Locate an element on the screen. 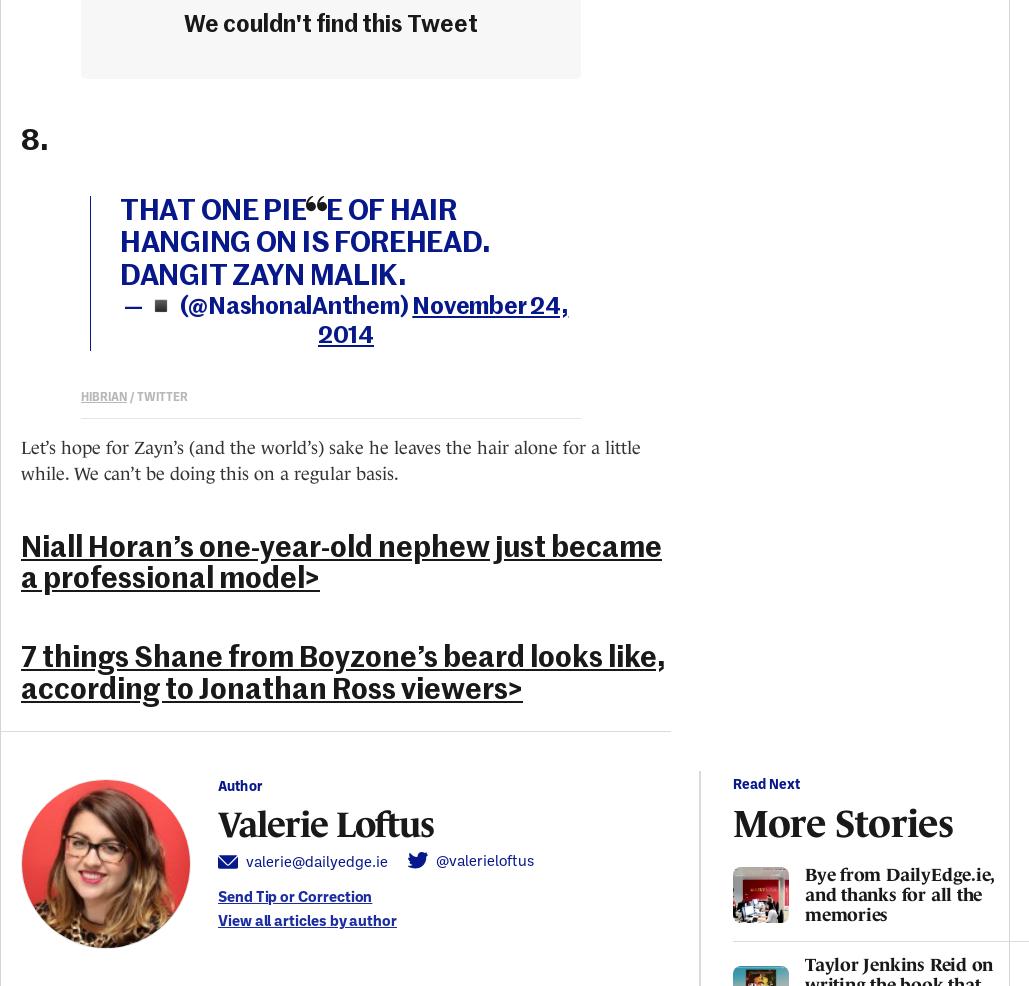  'View all articles' is located at coordinates (270, 919).